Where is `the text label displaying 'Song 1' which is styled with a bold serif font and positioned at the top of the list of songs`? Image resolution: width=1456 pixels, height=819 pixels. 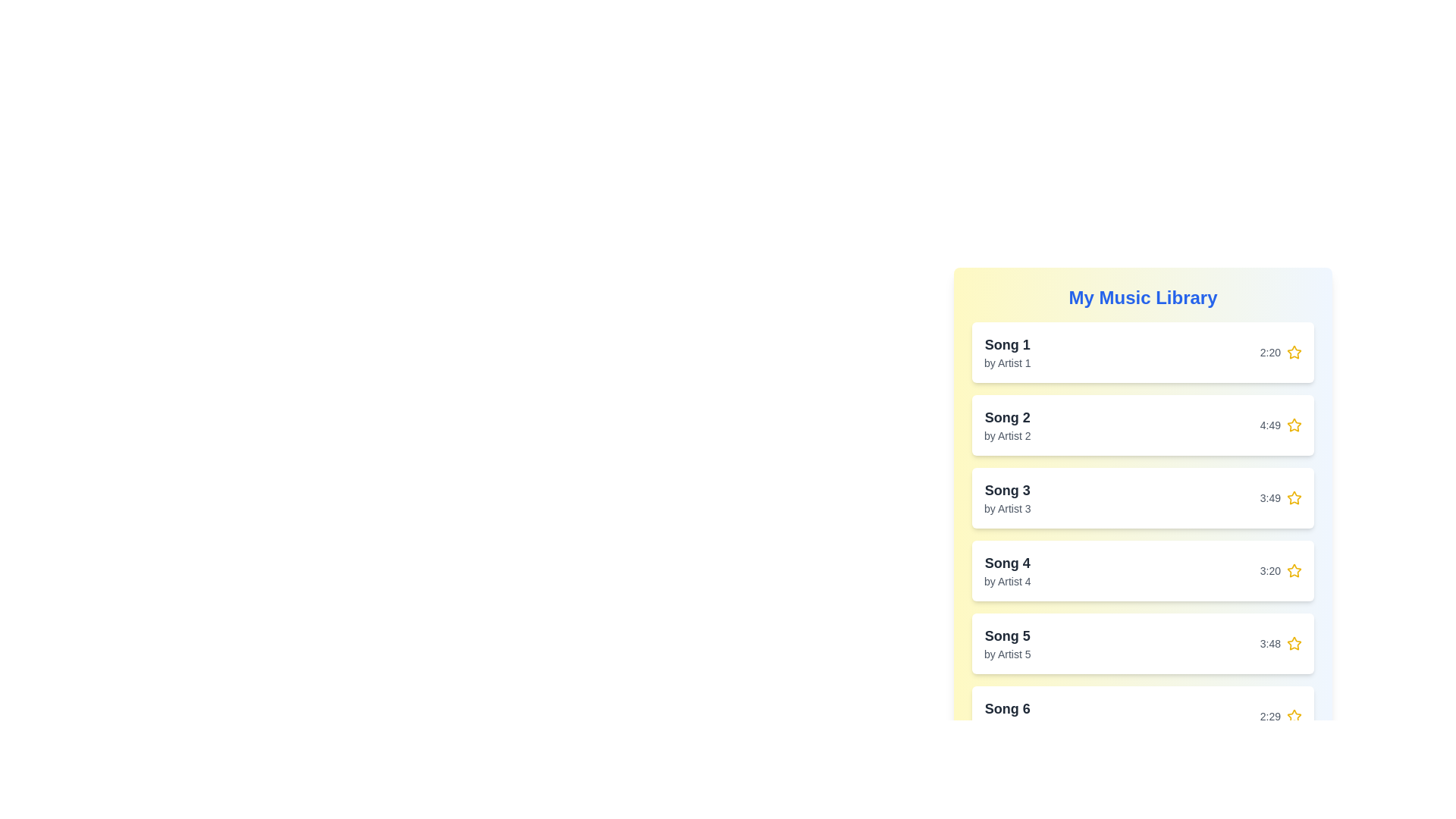 the text label displaying 'Song 1' which is styled with a bold serif font and positioned at the top of the list of songs is located at coordinates (1007, 345).